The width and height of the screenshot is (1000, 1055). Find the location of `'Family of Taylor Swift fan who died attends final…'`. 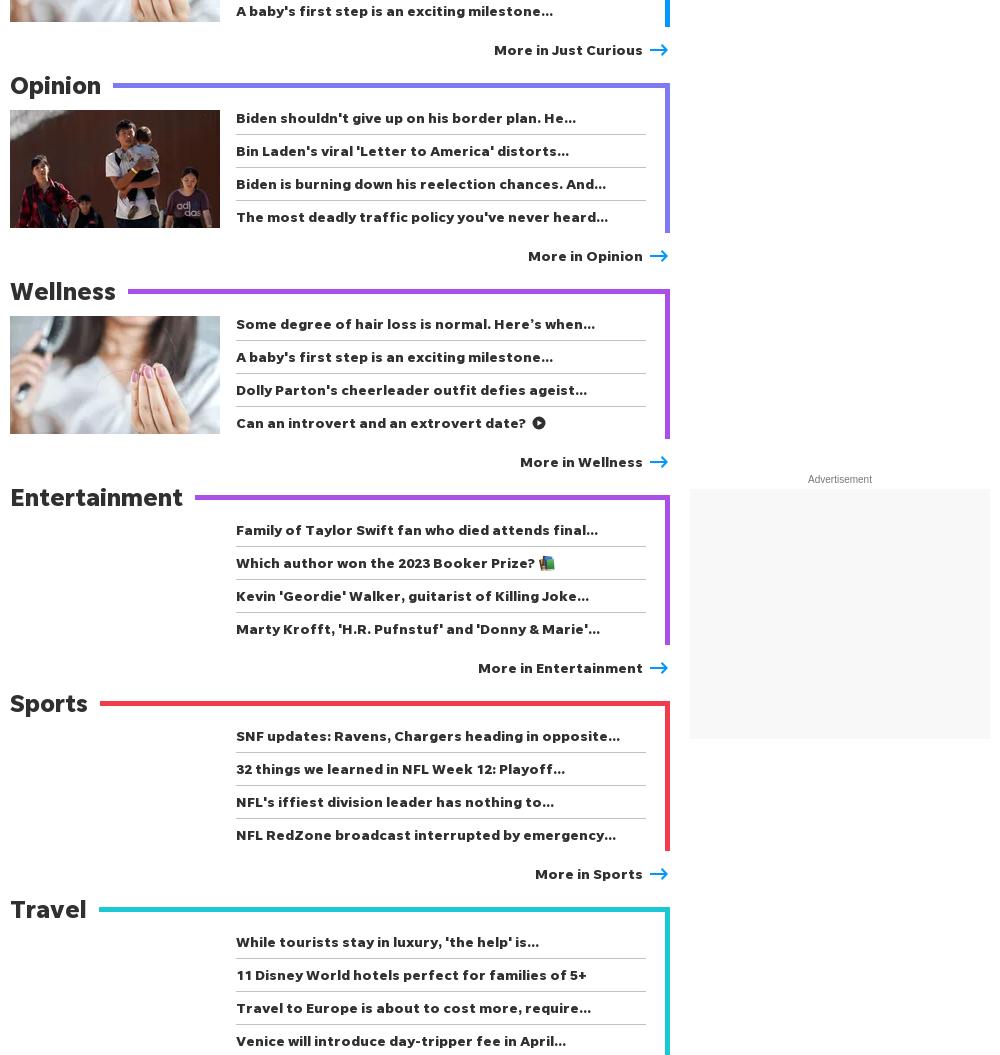

'Family of Taylor Swift fan who died attends final…' is located at coordinates (417, 528).